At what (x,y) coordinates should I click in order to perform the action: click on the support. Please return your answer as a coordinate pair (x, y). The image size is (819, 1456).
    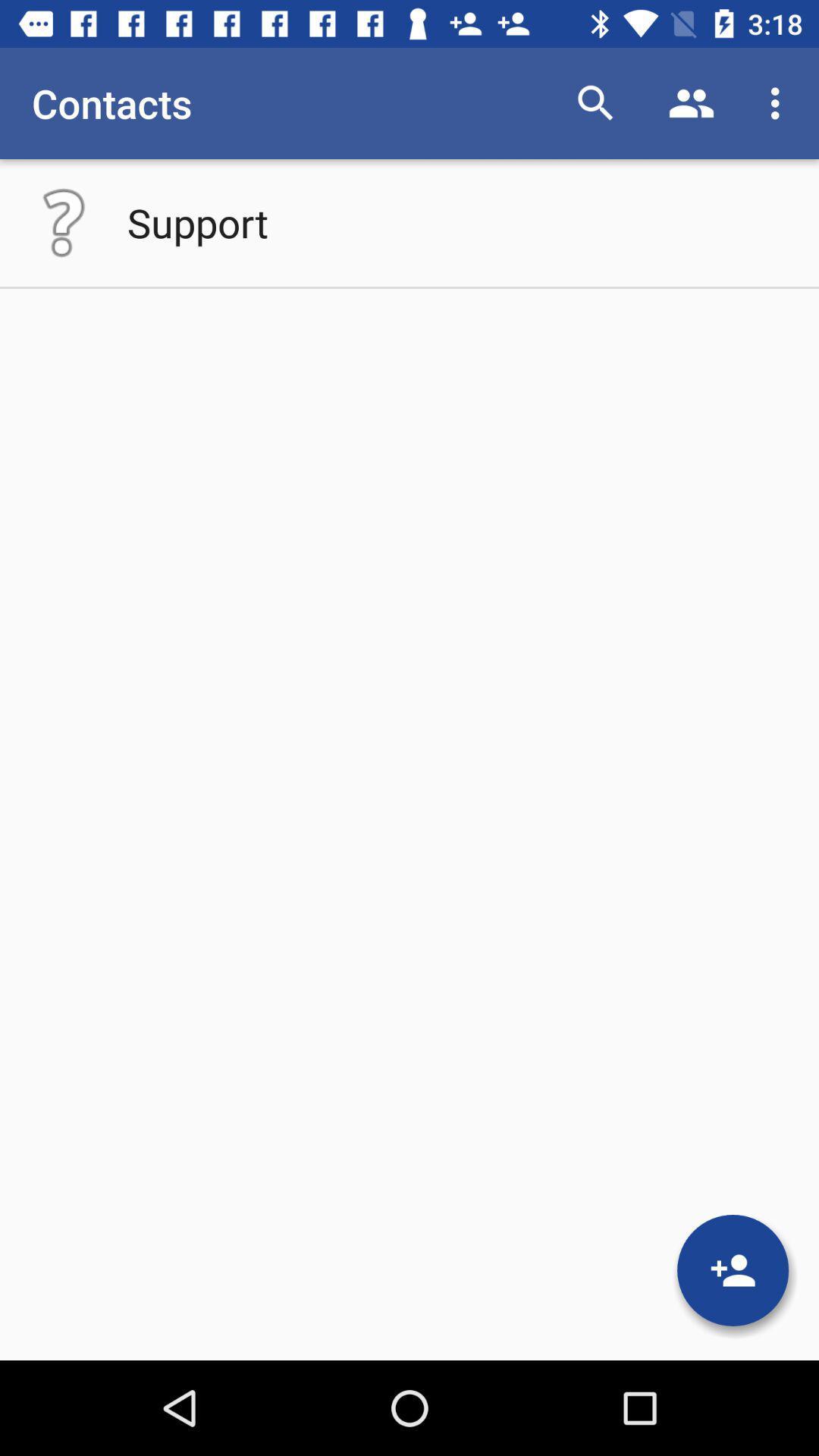
    Looking at the image, I should click on (197, 221).